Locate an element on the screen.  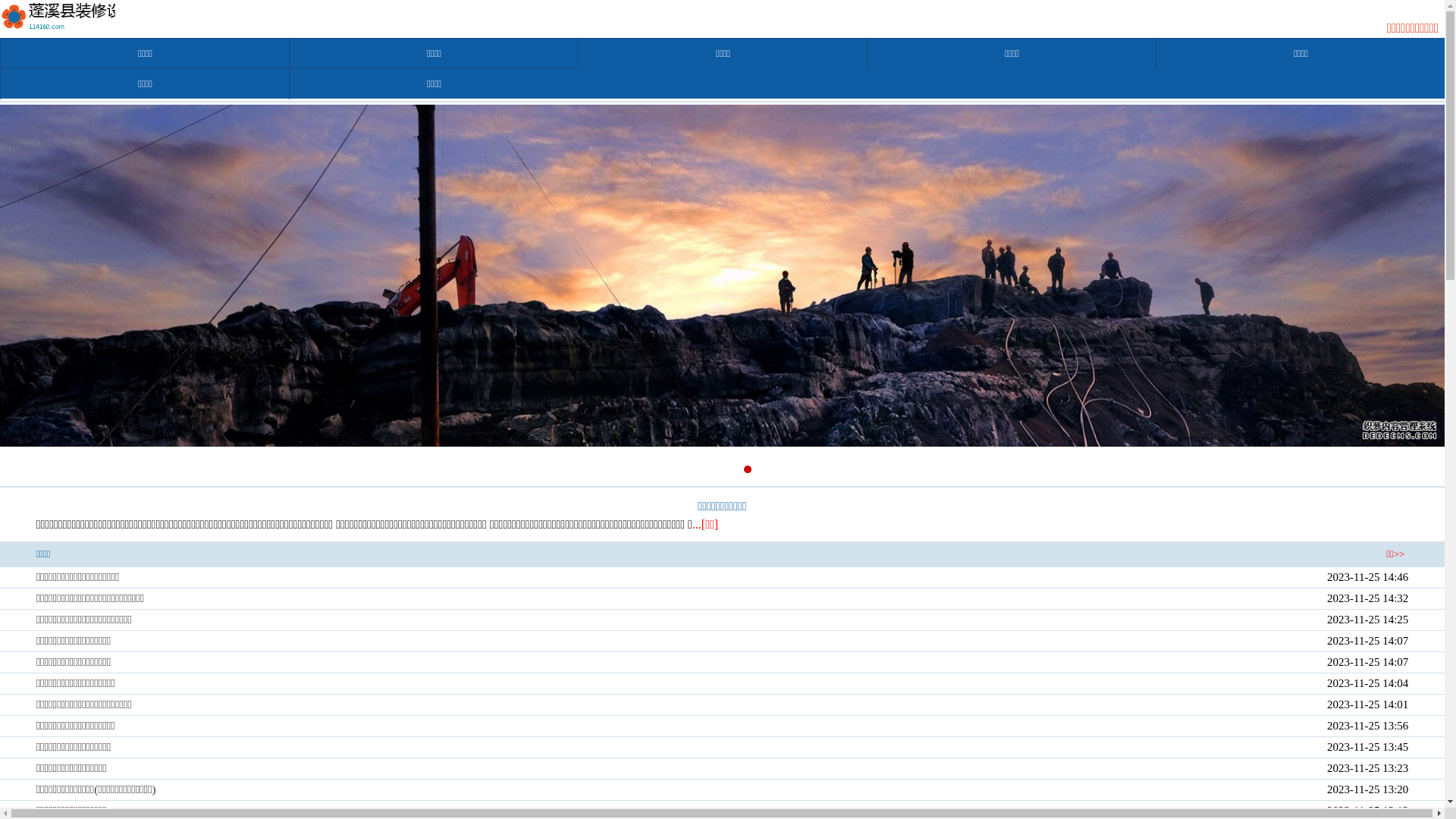
'1' is located at coordinates (695, 468).